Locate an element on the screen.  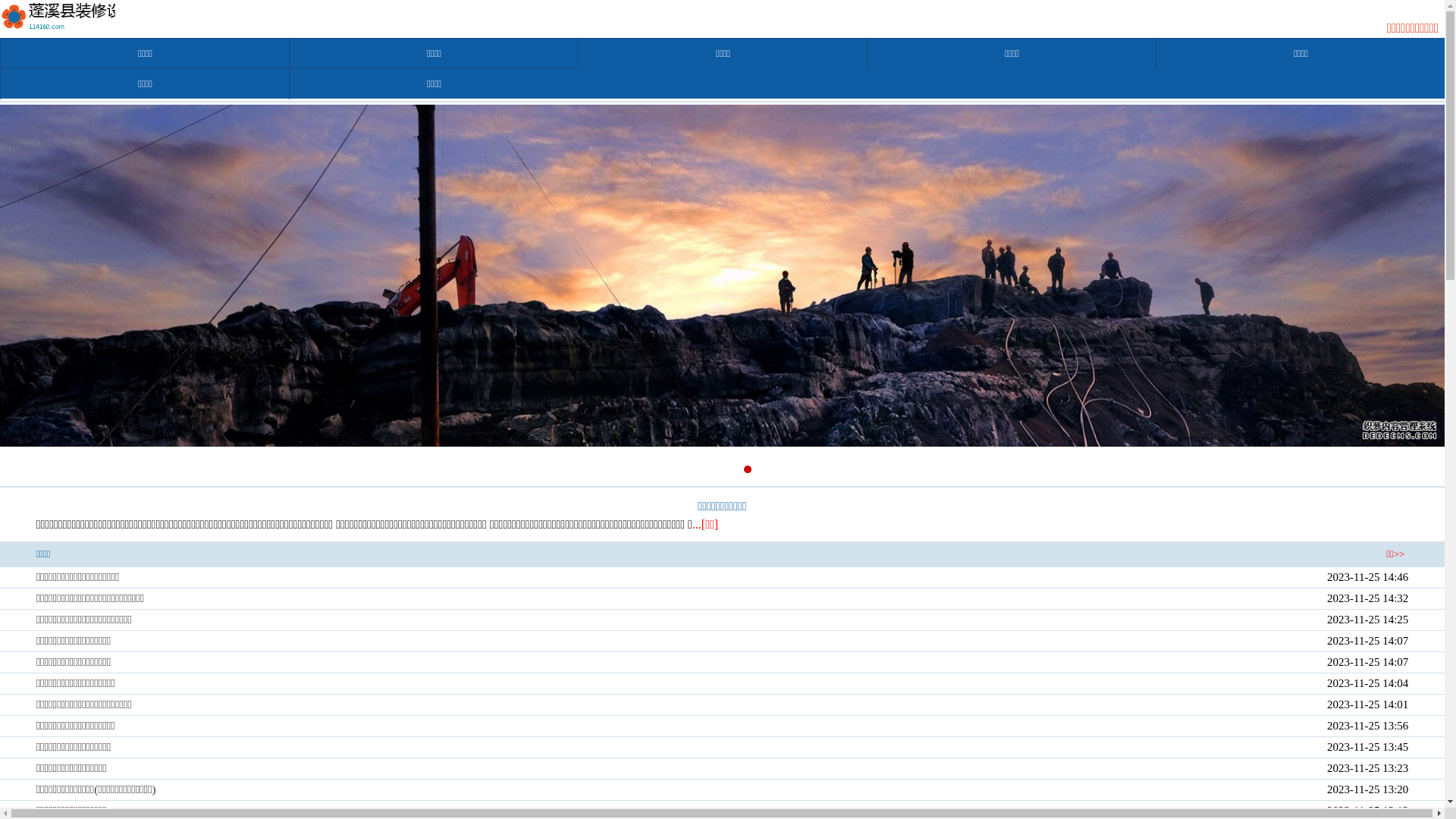
'1' is located at coordinates (695, 468).